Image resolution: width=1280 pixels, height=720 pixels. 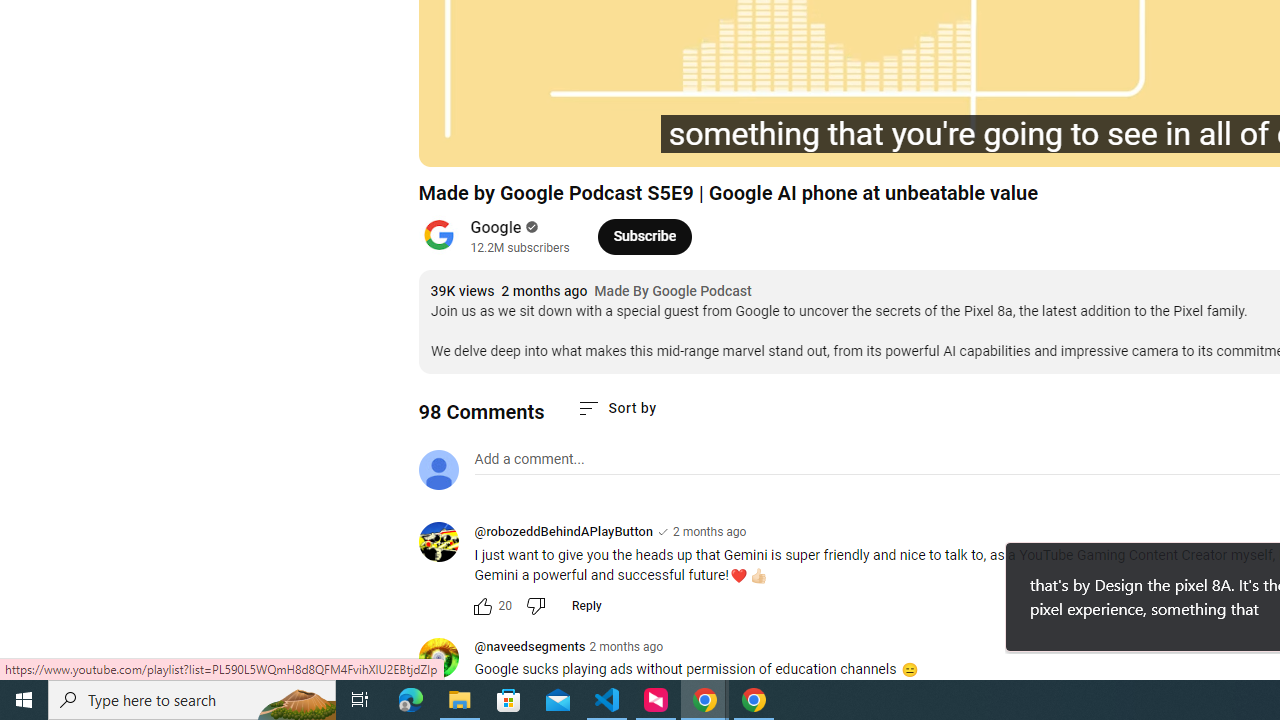 What do you see at coordinates (644, 235) in the screenshot?
I see `'Subscribe to Google.'` at bounding box center [644, 235].